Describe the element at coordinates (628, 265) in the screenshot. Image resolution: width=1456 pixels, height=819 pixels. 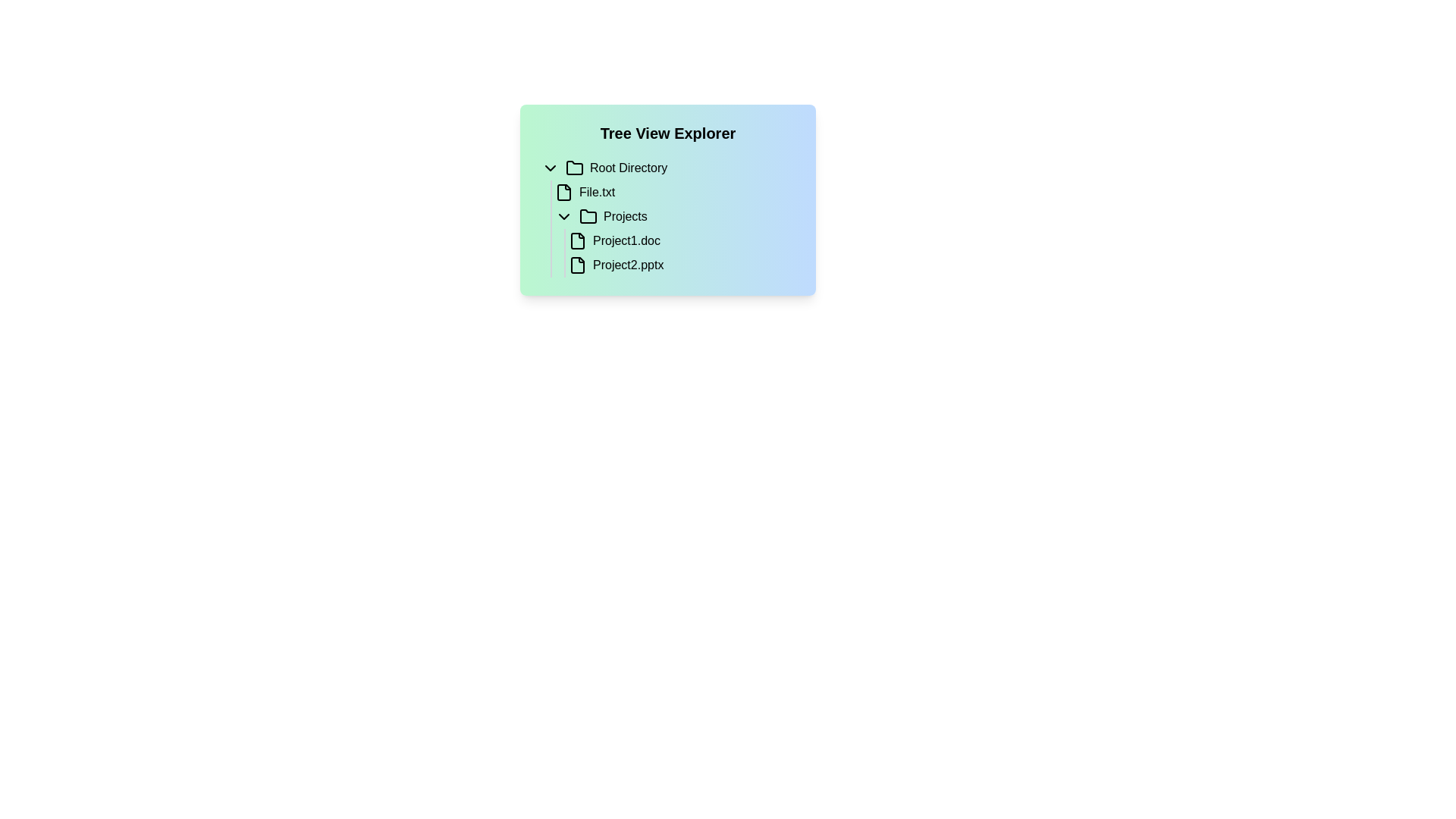
I see `the text label representing the file name in the tree view explorer, located below 'Project1.doc' in the 'Projects' folder` at that location.